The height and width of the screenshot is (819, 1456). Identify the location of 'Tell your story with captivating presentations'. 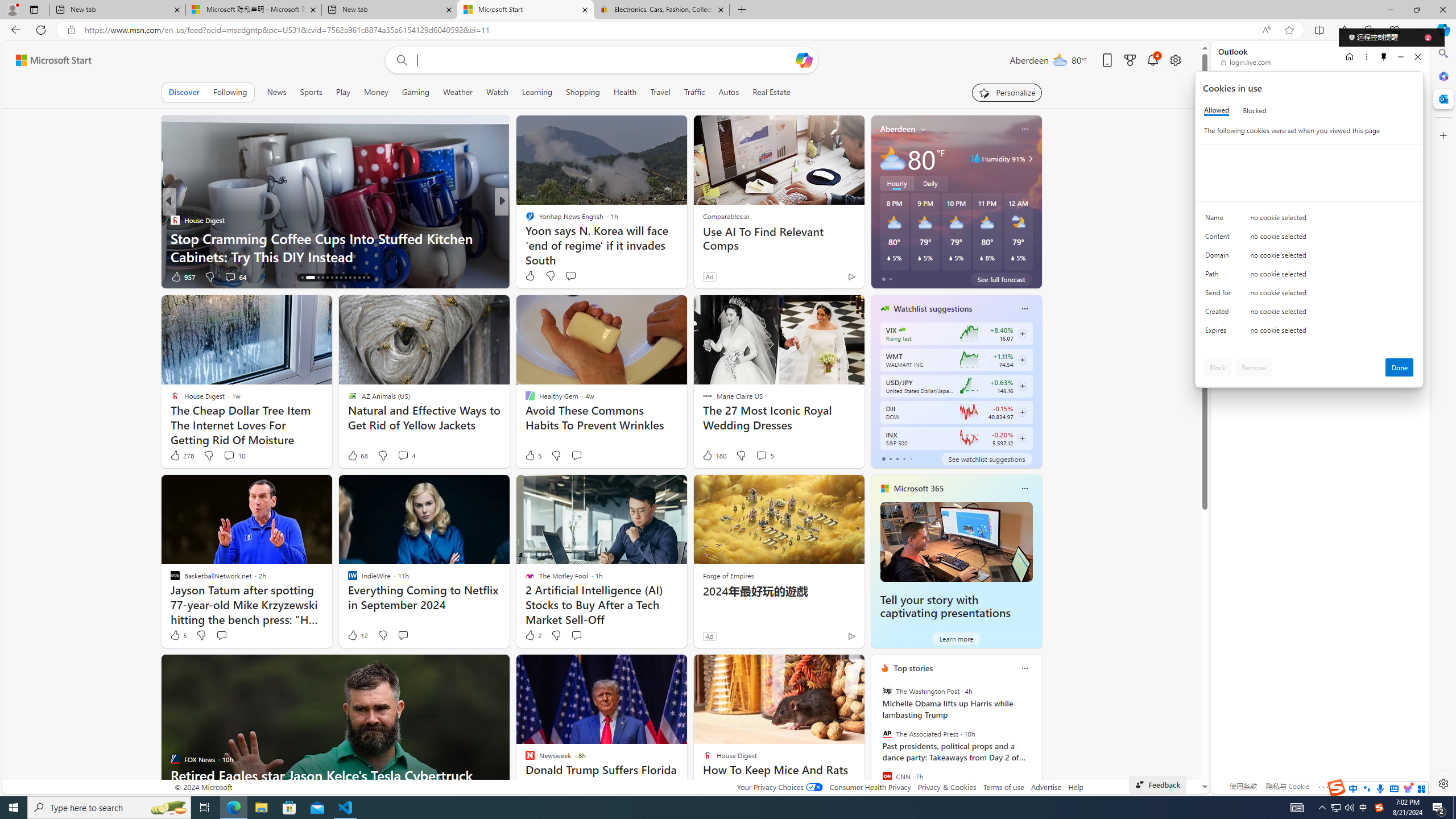
(955, 541).